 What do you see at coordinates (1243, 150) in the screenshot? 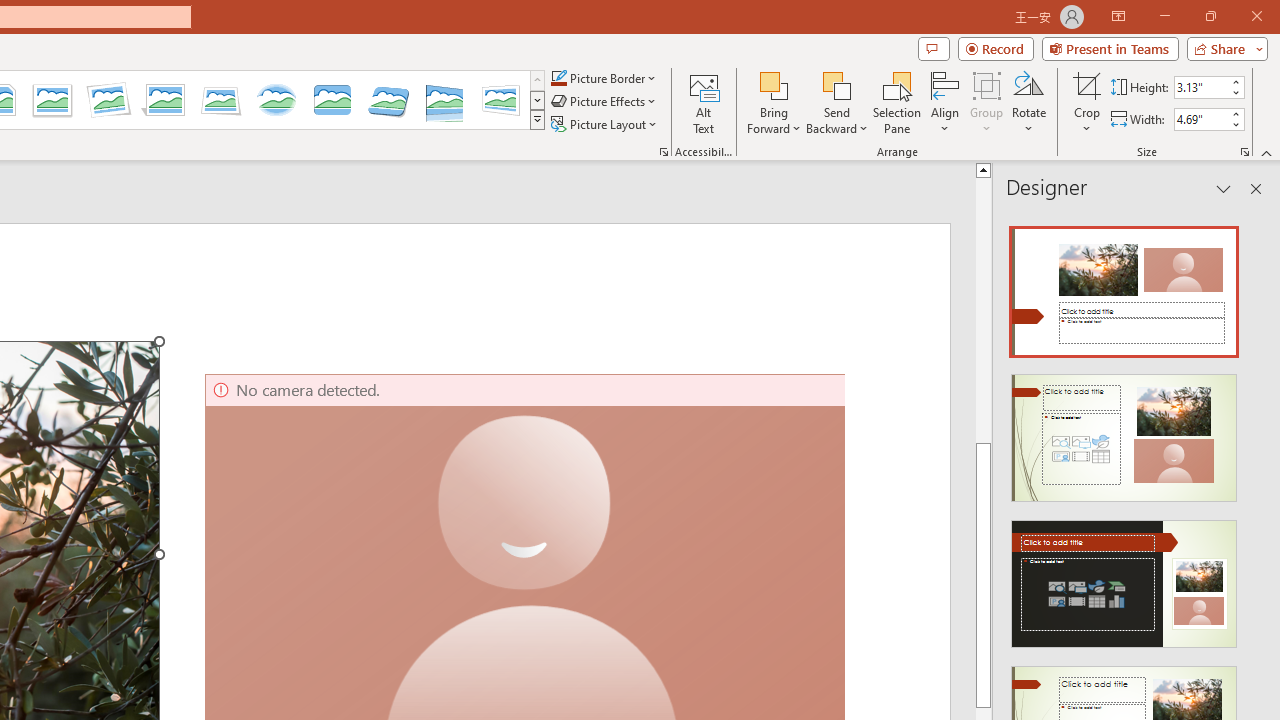
I see `'Size and Position...'` at bounding box center [1243, 150].